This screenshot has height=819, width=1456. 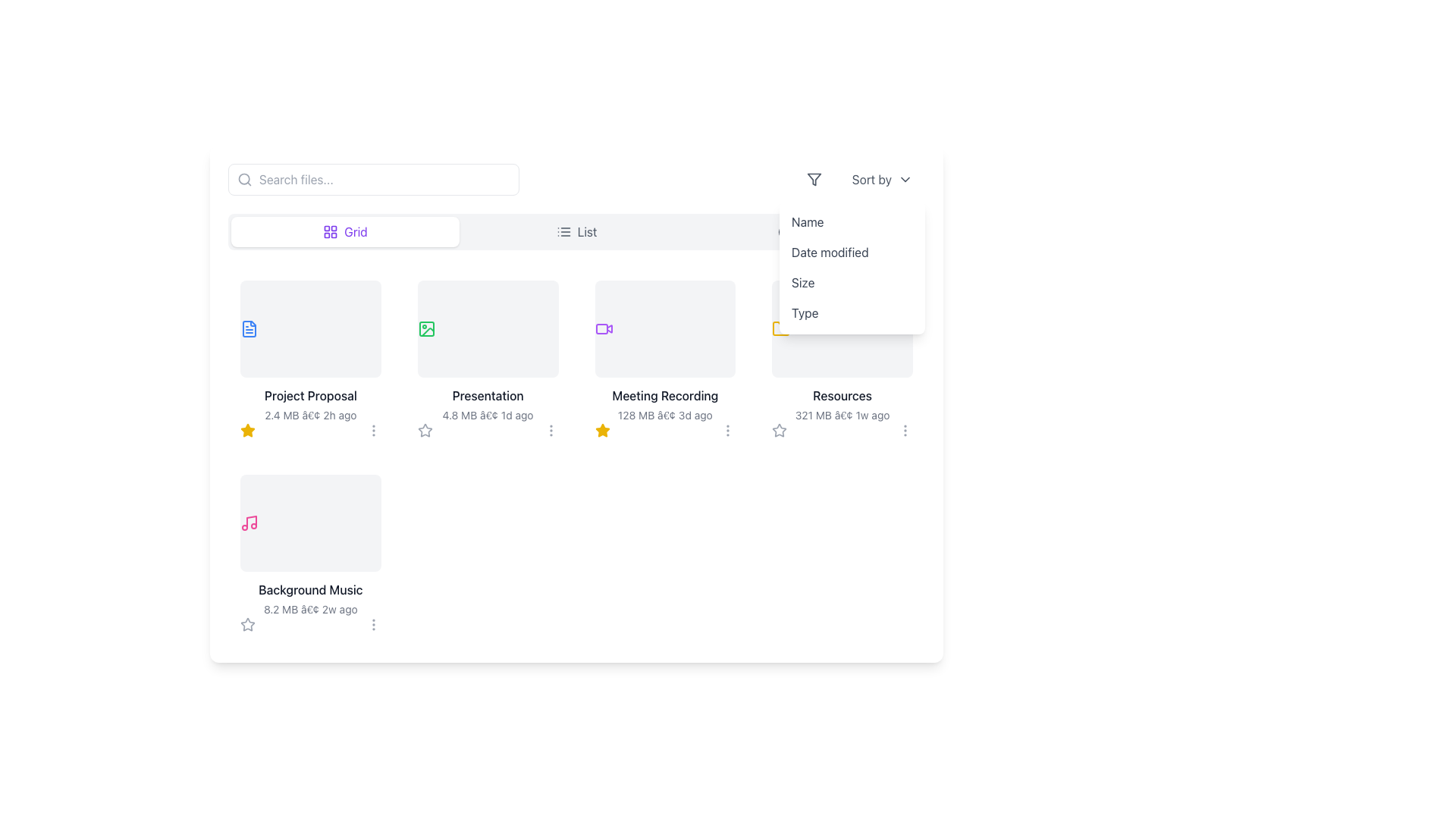 What do you see at coordinates (665, 394) in the screenshot?
I see `the 'Meeting Recording' text label which is displayed in bold, medium-weight typeface and dark gray color, positioned centrally above additional details in a vertically structured group` at bounding box center [665, 394].